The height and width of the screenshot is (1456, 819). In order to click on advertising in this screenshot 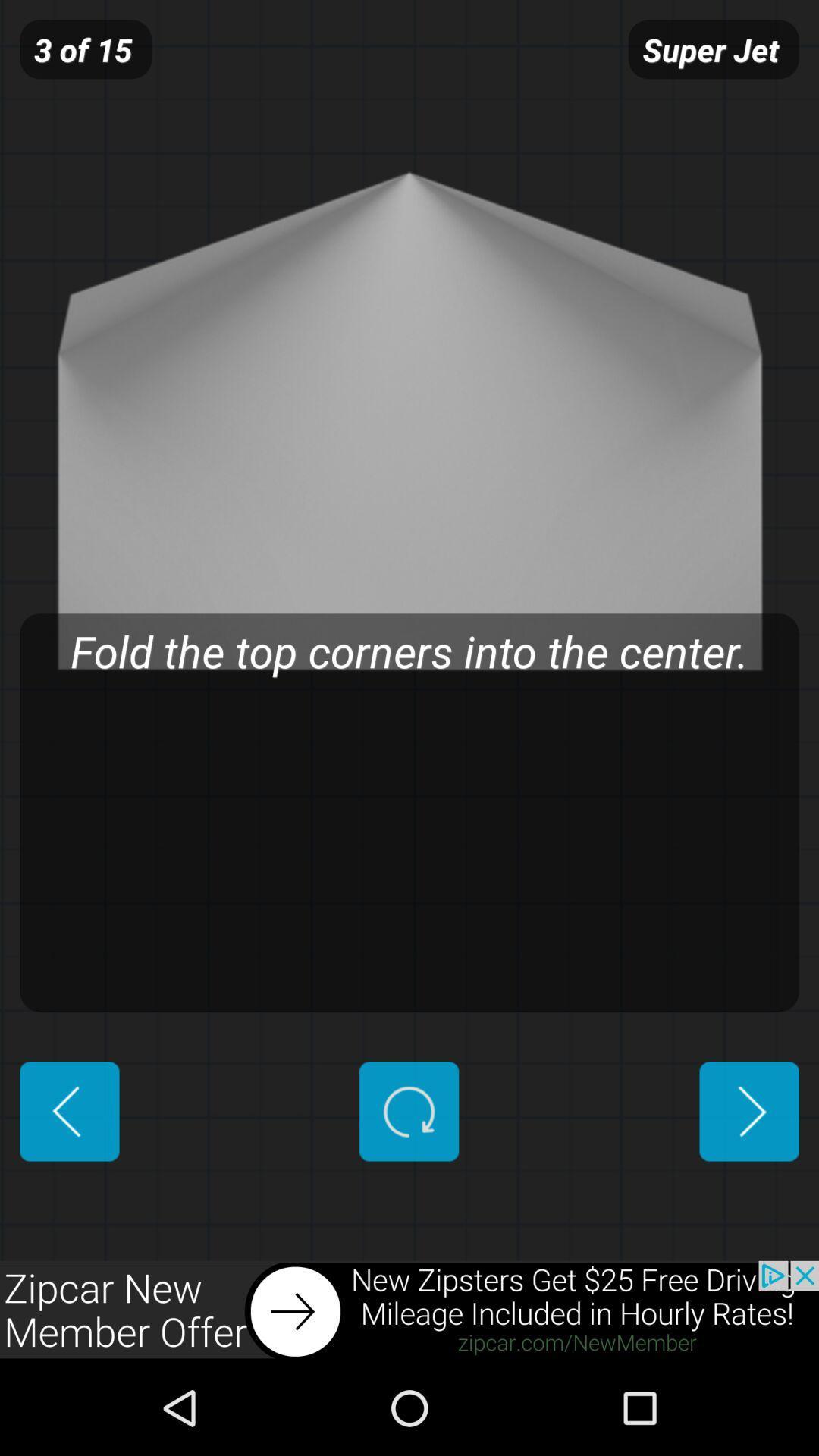, I will do `click(409, 1310)`.